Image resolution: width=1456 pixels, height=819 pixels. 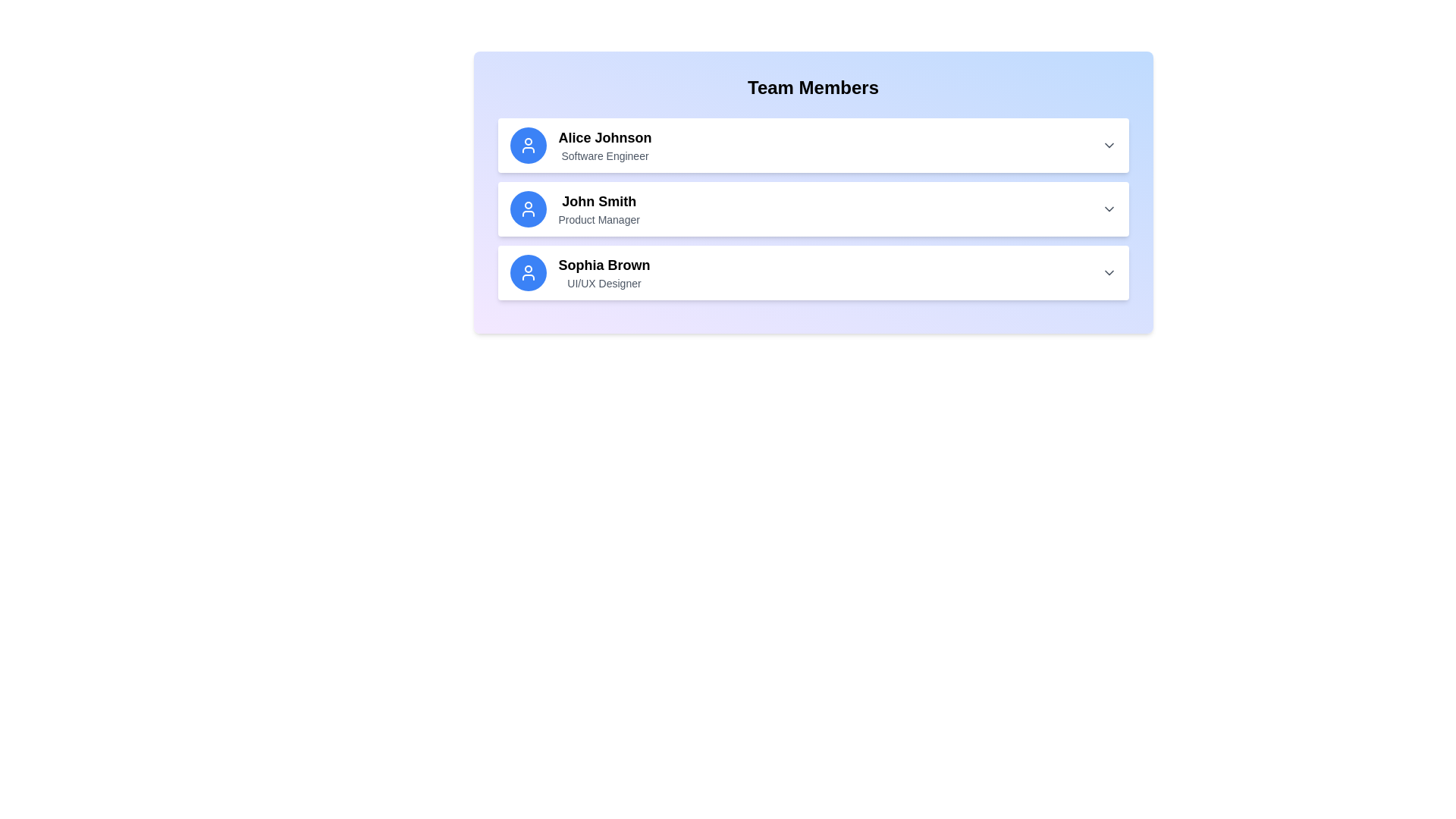 What do you see at coordinates (598, 201) in the screenshot?
I see `the bold text label displaying the name 'John Smith', which is located in the second row of the team members list, centered horizontally and above the text 'Product Manager'` at bounding box center [598, 201].